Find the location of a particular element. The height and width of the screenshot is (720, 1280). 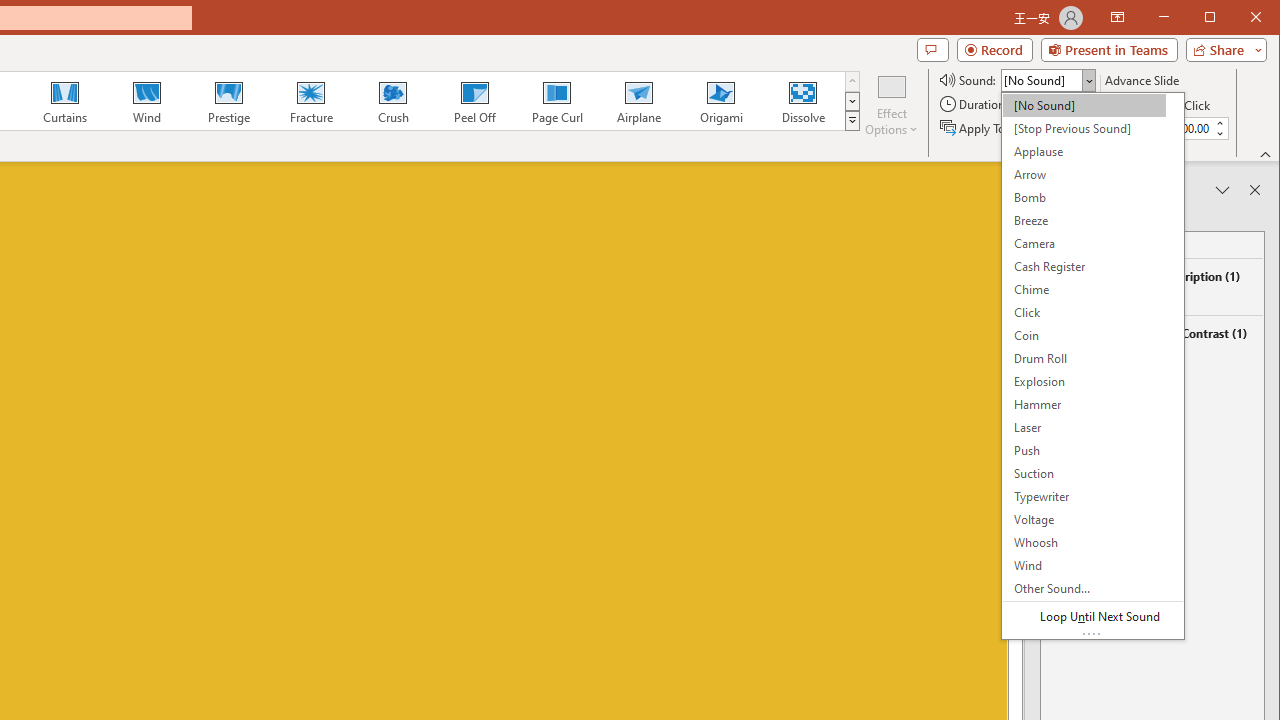

'Peel Off' is located at coordinates (473, 100).